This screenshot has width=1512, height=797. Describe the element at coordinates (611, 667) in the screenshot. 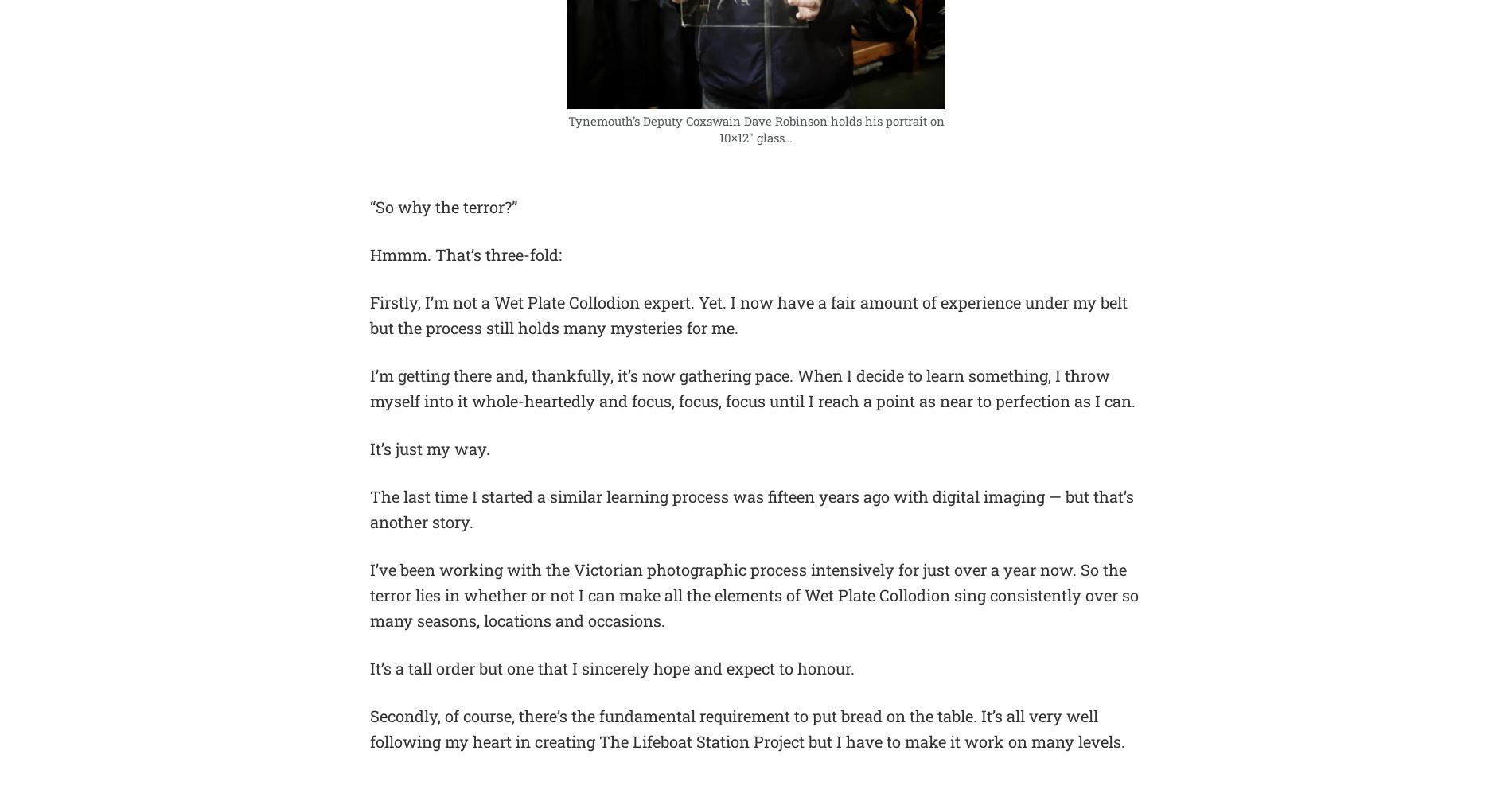

I see `'It’s a tall order but one that I sincerely hope and expect to honour.'` at that location.